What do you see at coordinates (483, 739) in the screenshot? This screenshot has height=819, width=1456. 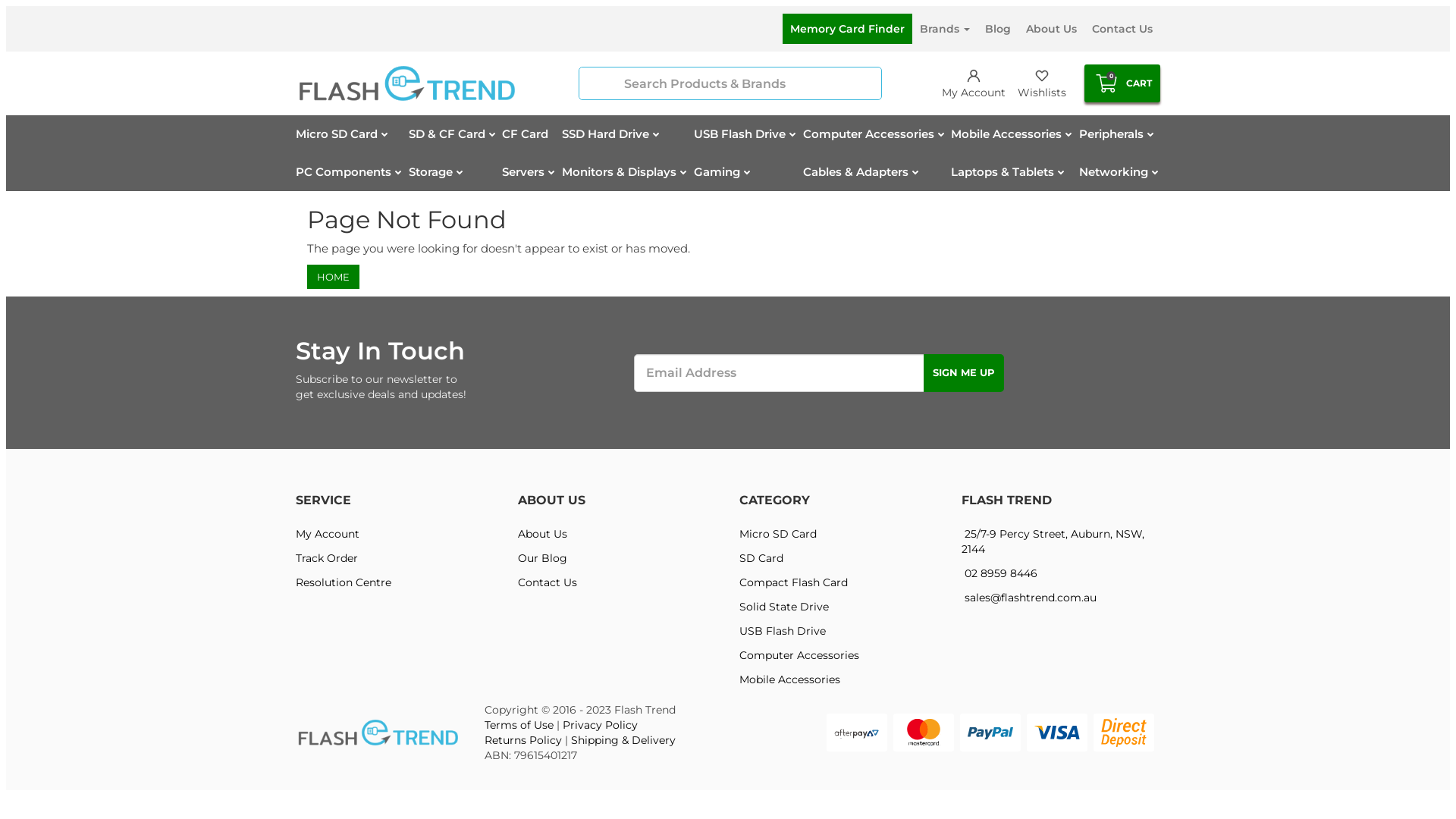 I see `'Returns Policy'` at bounding box center [483, 739].